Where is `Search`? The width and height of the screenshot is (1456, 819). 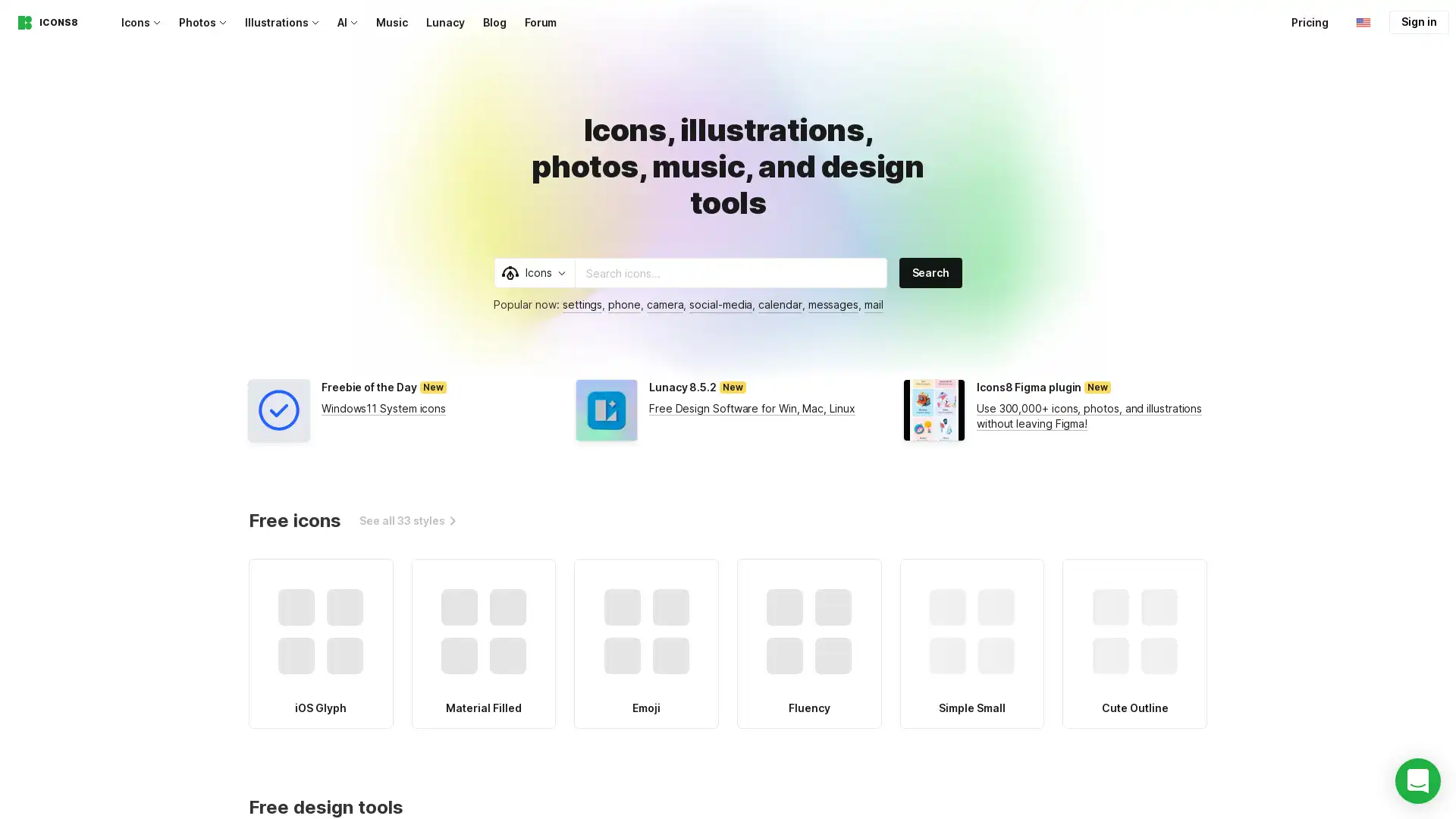
Search is located at coordinates (930, 271).